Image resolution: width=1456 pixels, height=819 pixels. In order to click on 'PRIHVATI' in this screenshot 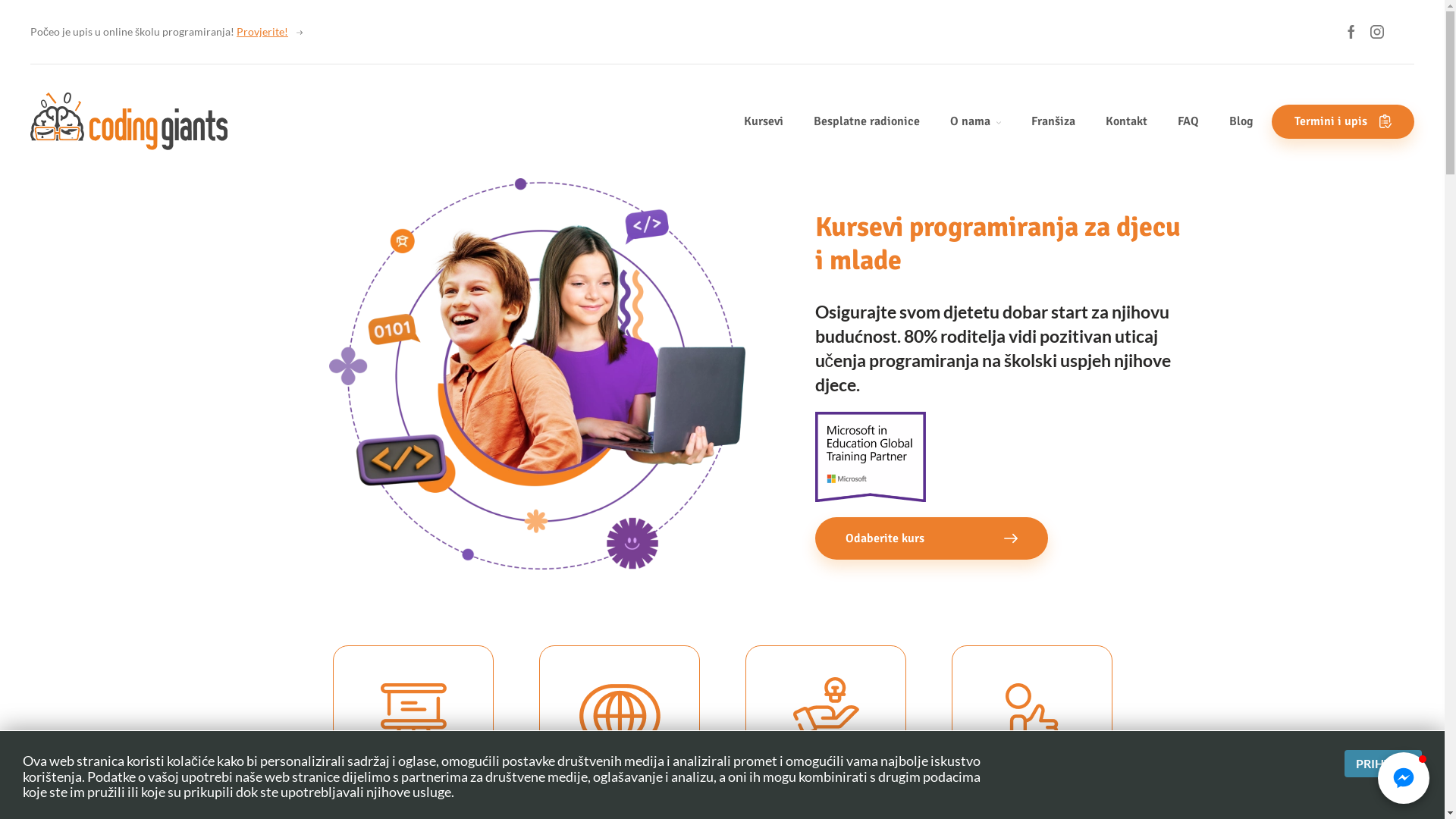, I will do `click(1383, 763)`.